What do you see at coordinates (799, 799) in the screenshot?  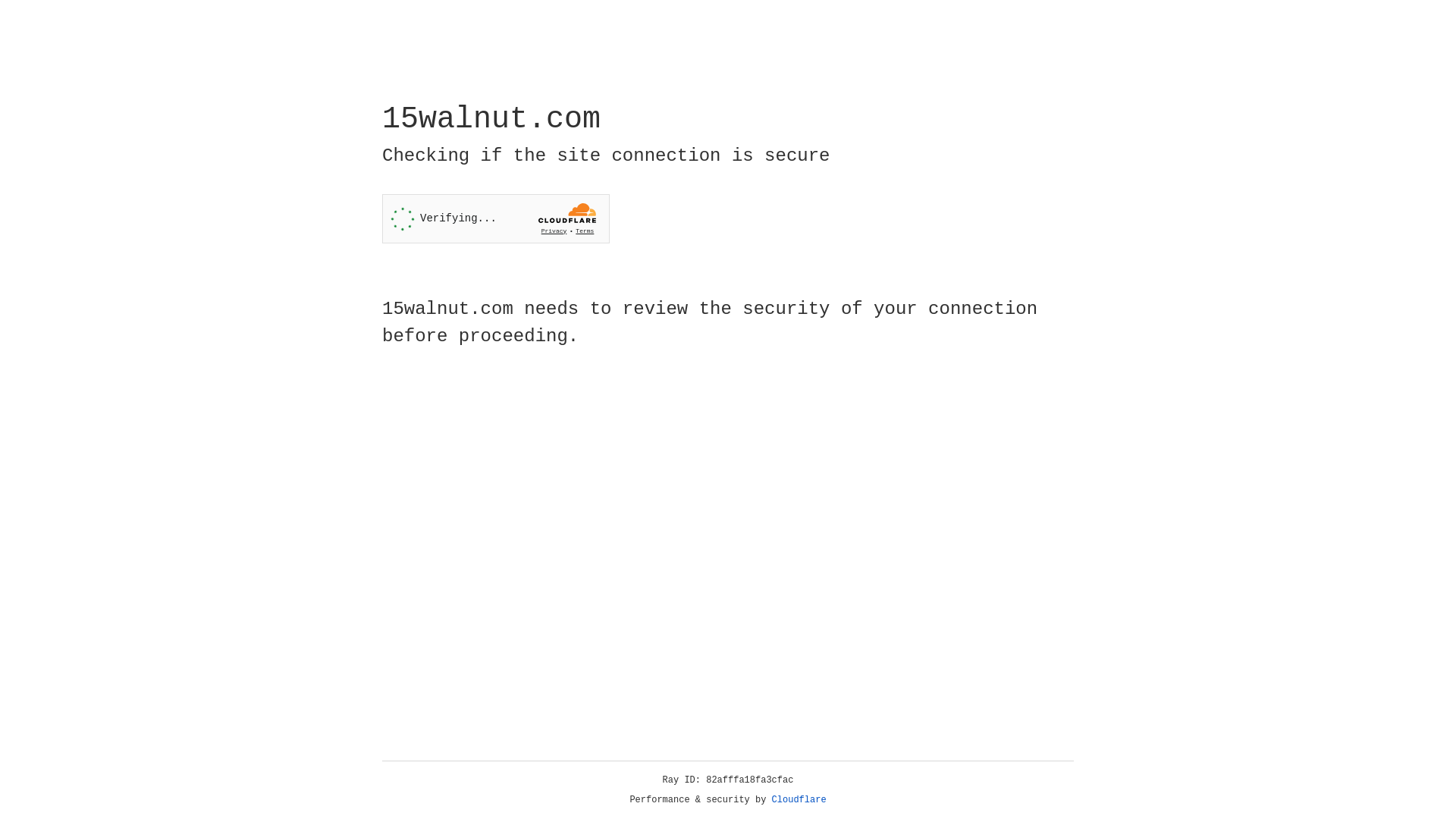 I see `'Cloudflare'` at bounding box center [799, 799].